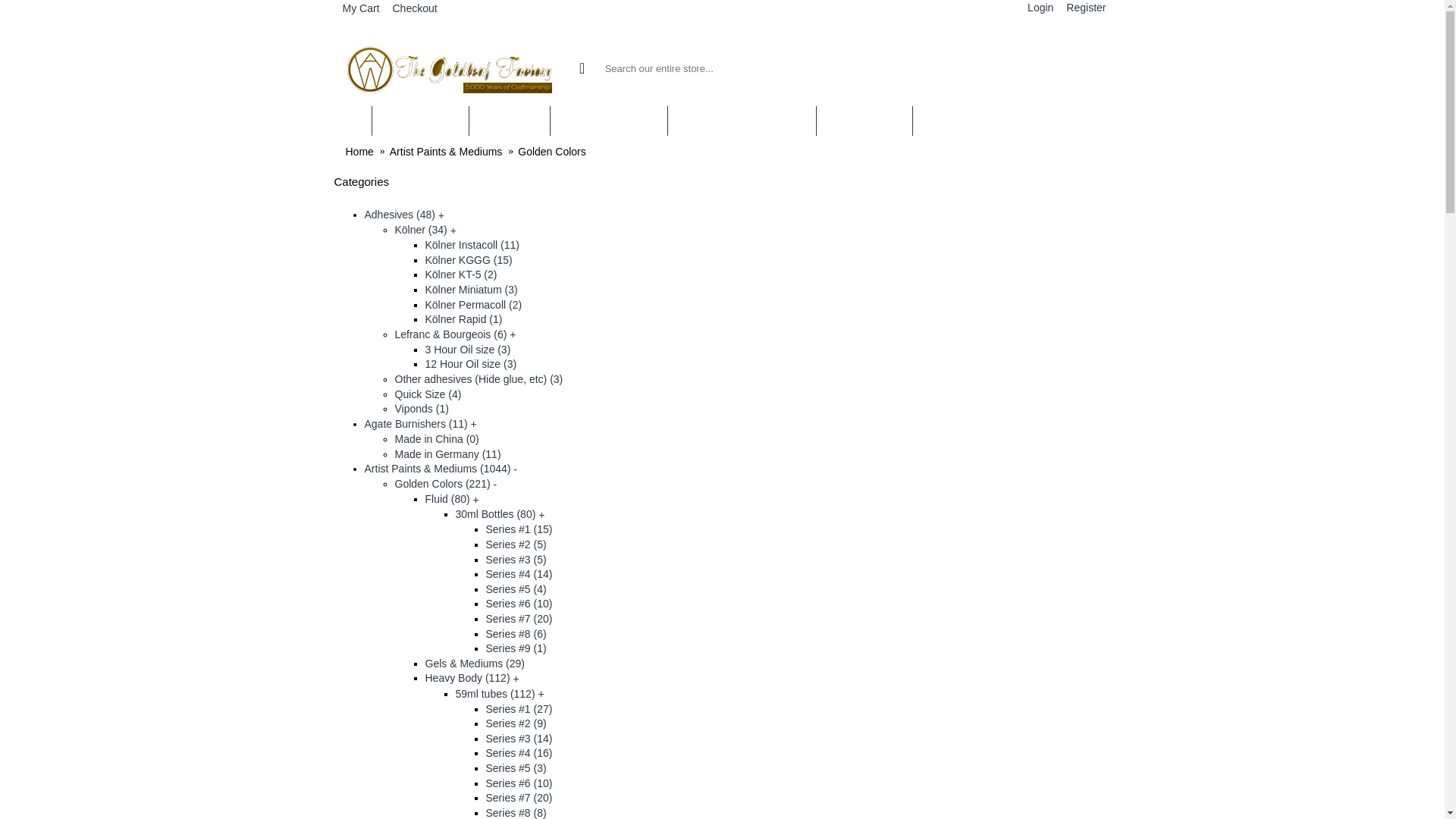 Image resolution: width=1456 pixels, height=819 pixels. Describe the element at coordinates (471, 677) in the screenshot. I see `'Heavy Body (112) +'` at that location.